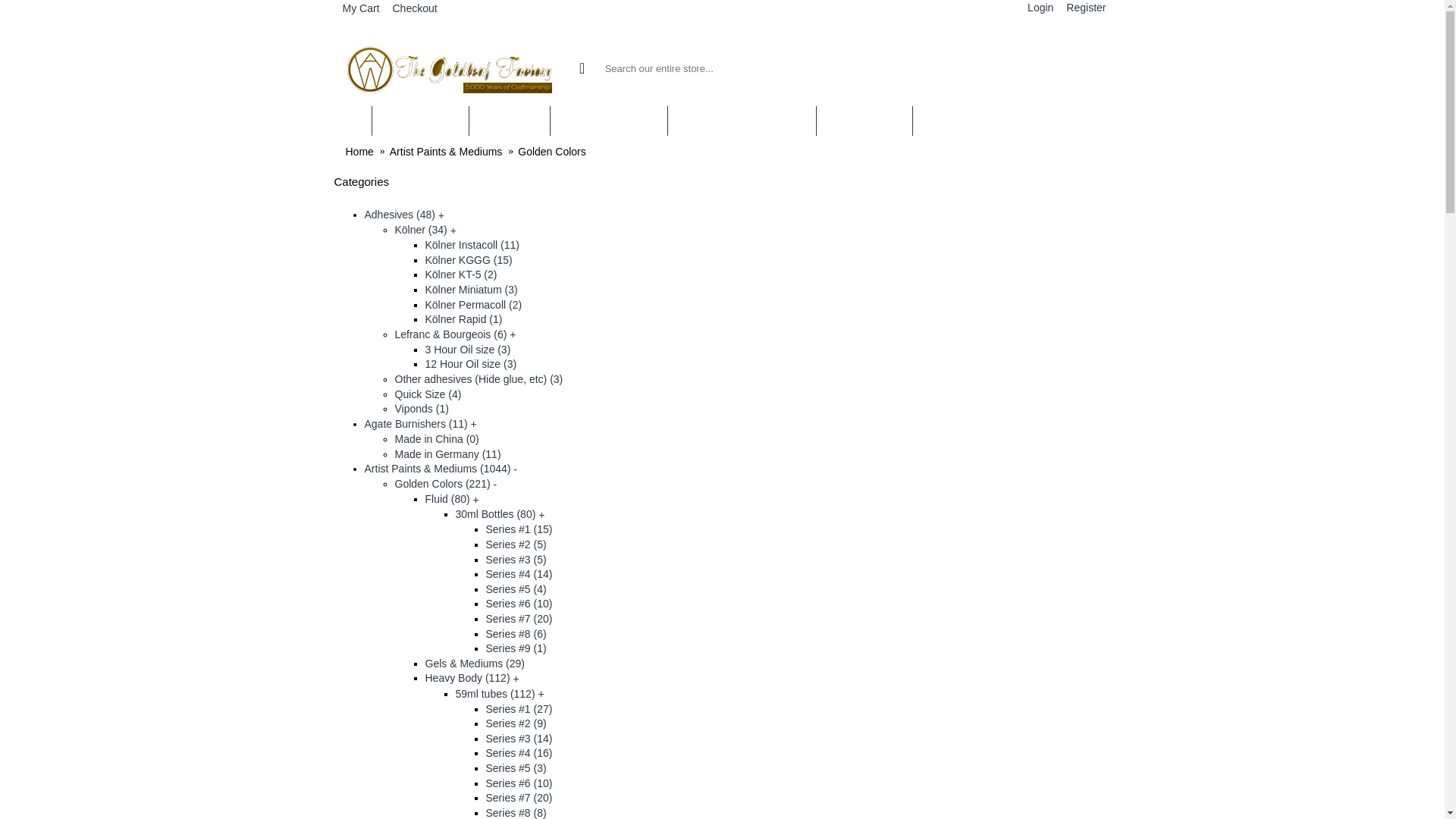 Image resolution: width=1456 pixels, height=819 pixels. Describe the element at coordinates (471, 677) in the screenshot. I see `'Heavy Body (112) +'` at that location.